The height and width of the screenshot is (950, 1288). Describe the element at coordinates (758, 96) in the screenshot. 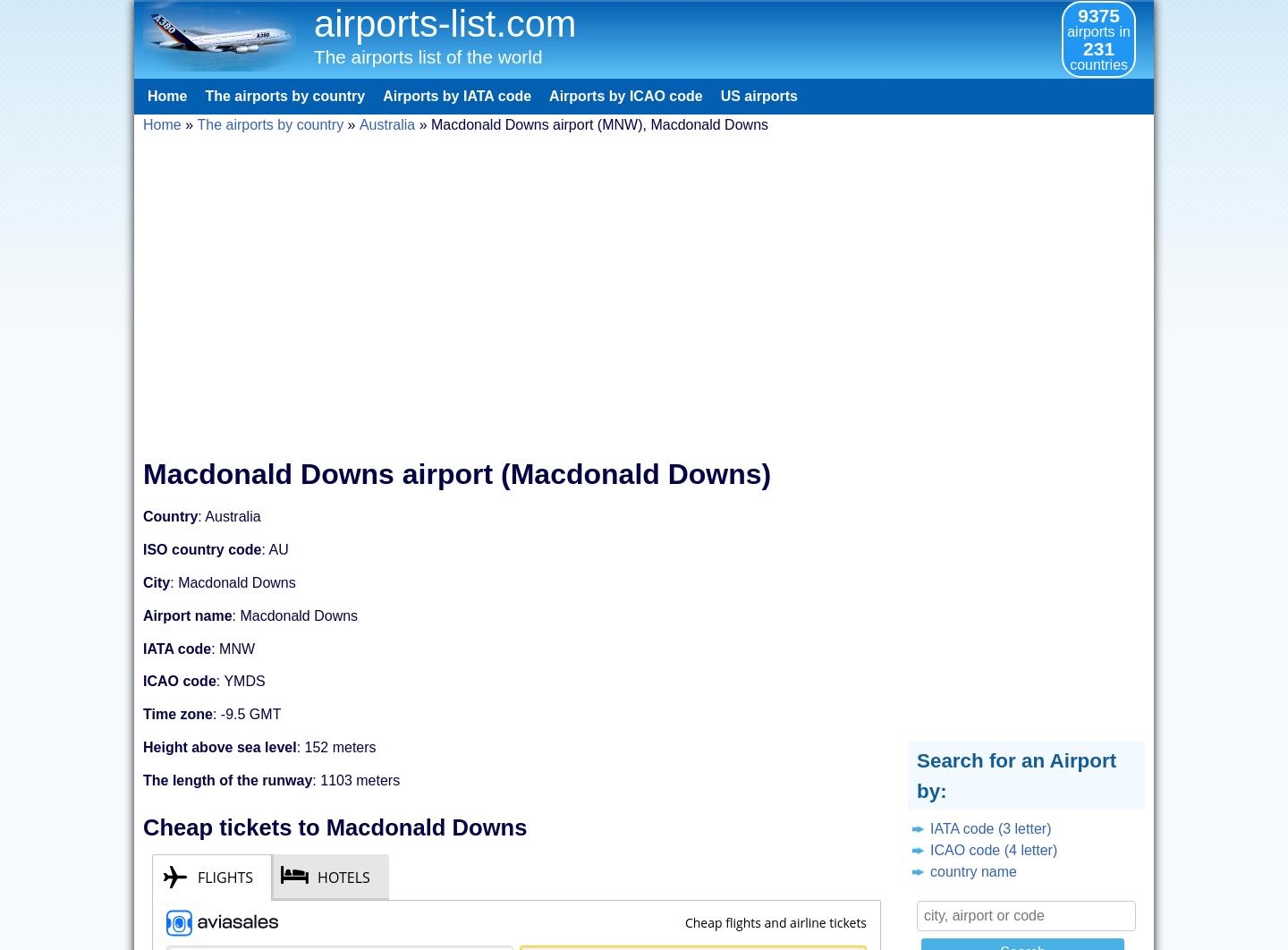

I see `'US airports'` at that location.